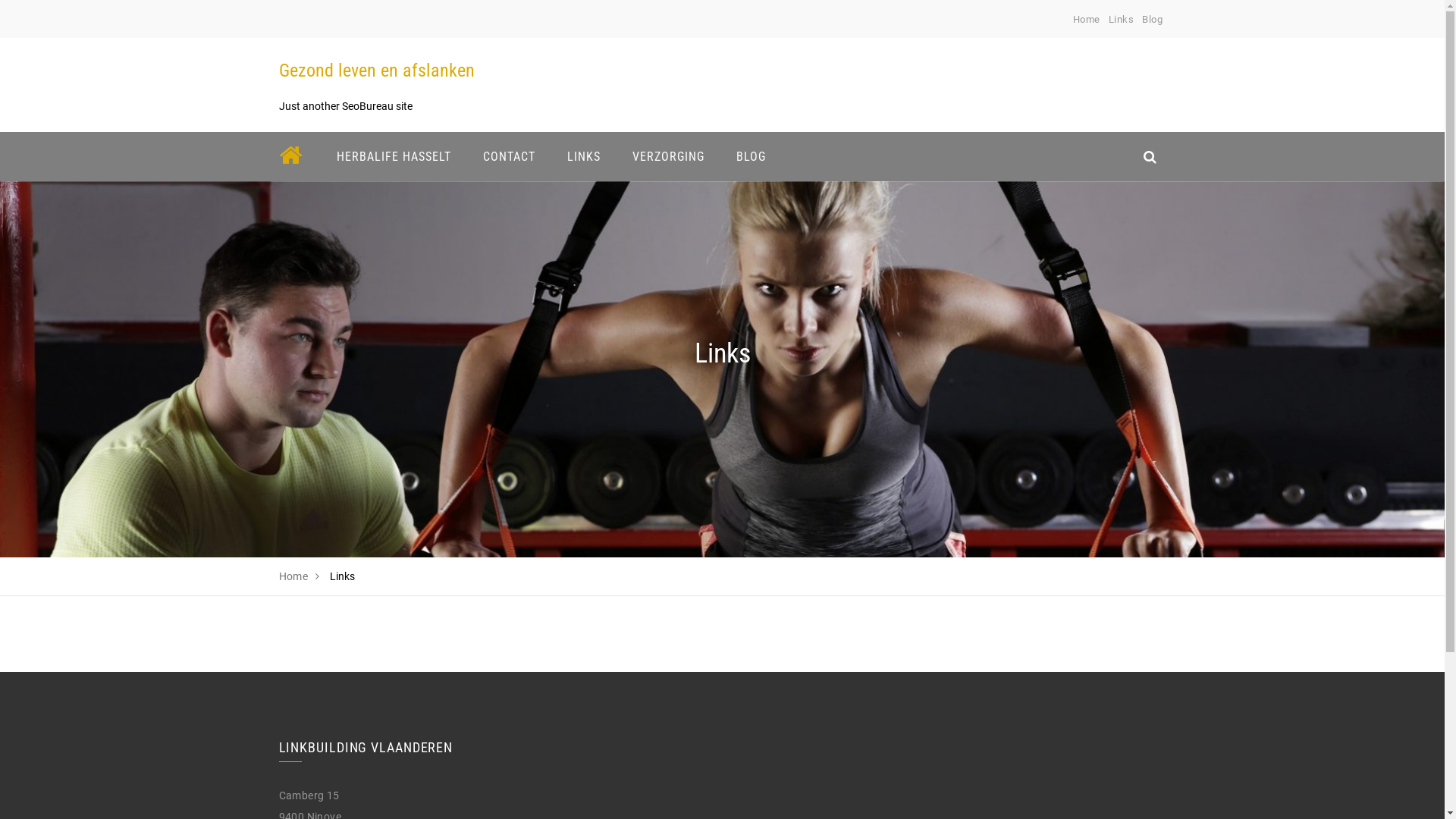 This screenshot has width=1456, height=819. Describe the element at coordinates (1149, 156) in the screenshot. I see `'search_icon'` at that location.